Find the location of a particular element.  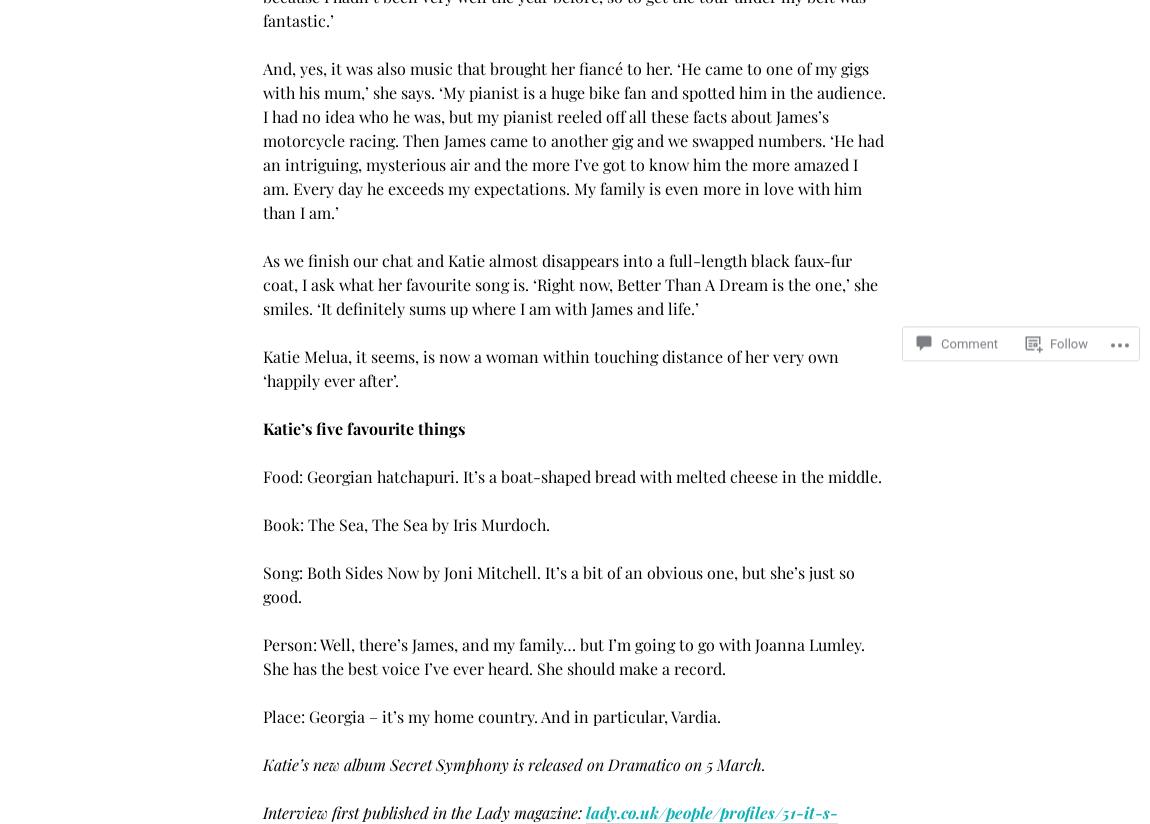

'Comment' is located at coordinates (969, 324).